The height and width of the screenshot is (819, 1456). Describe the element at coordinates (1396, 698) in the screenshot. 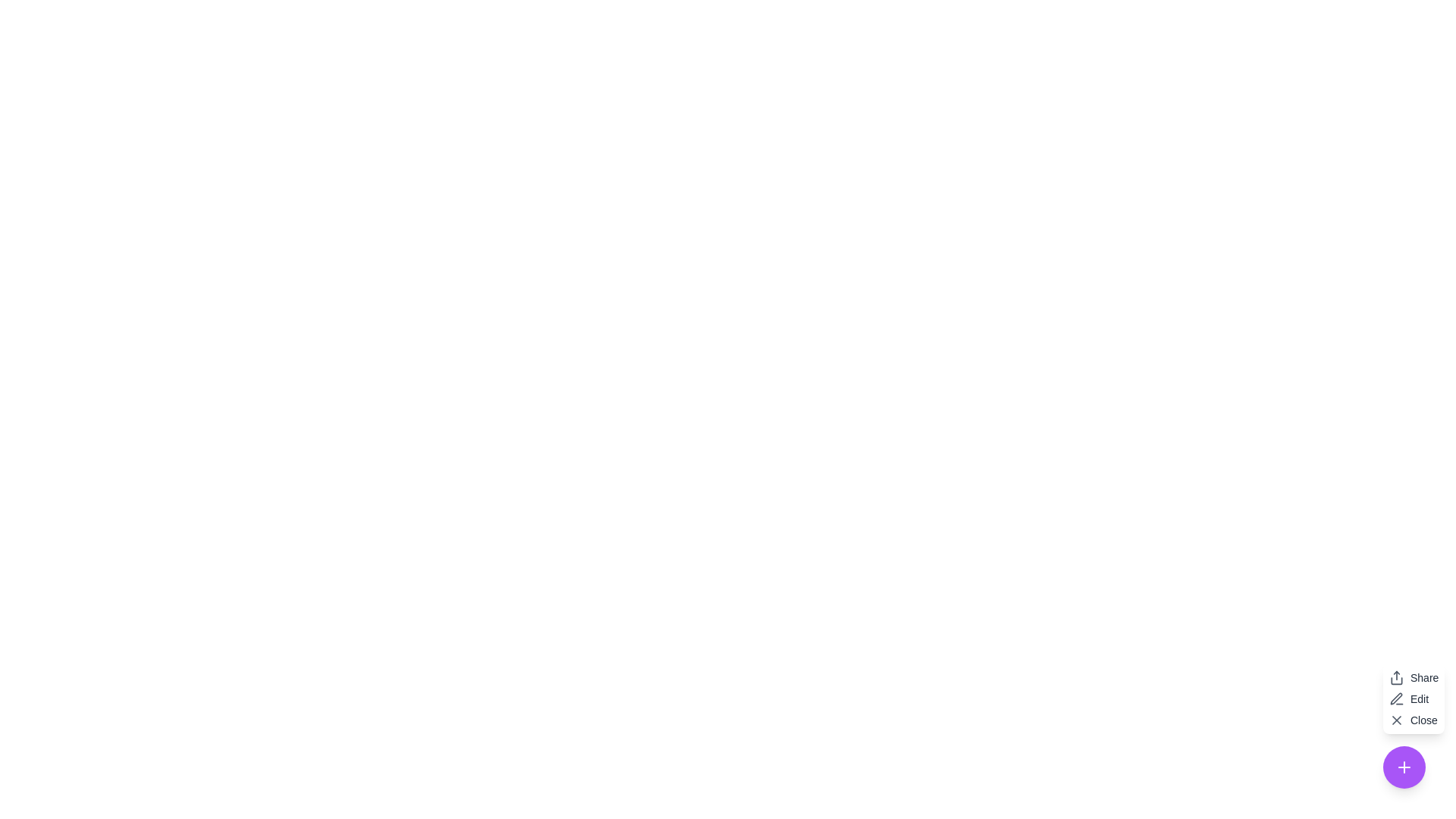

I see `the pen icon located on the left side of the 'Edit' text within the 'Edit' button group, which symbolizes editing functionality` at that location.